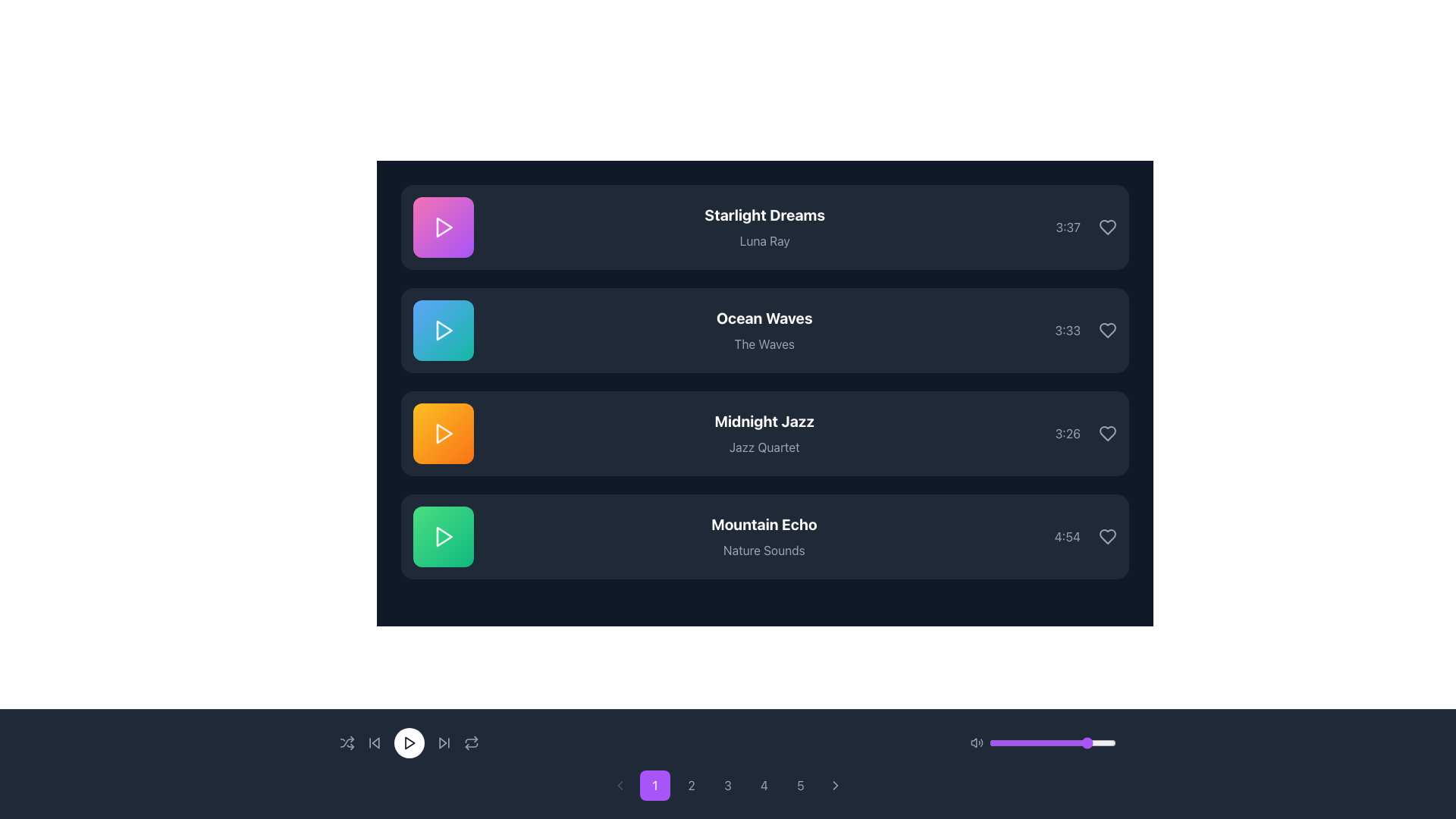 The image size is (1456, 819). Describe the element at coordinates (443, 227) in the screenshot. I see `the play button icon, which is a pink-to-purple gradient circular icon at the top of the list in the main content area` at that location.